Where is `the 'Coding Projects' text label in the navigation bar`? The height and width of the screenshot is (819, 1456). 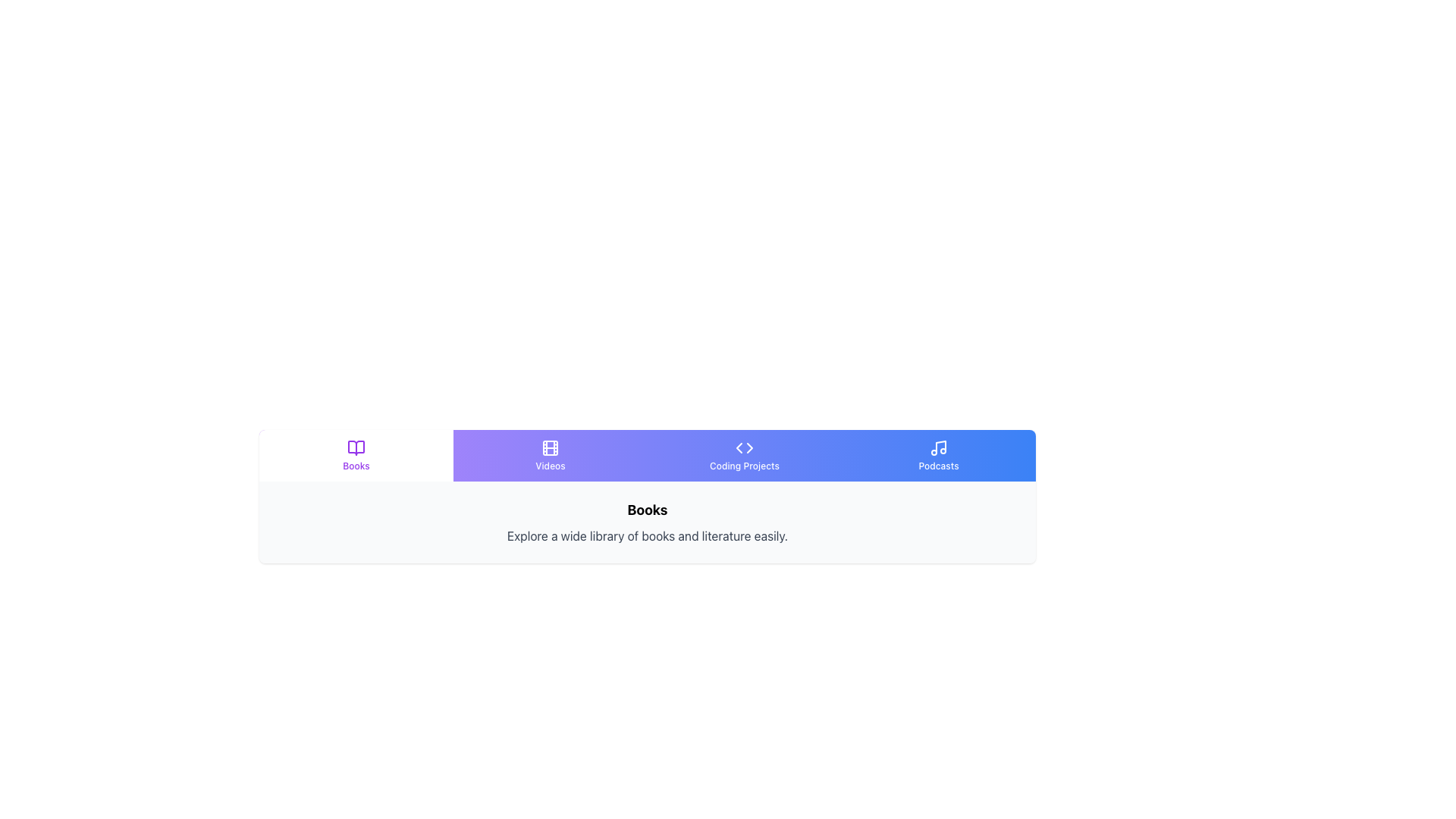
the 'Coding Projects' text label in the navigation bar is located at coordinates (745, 465).